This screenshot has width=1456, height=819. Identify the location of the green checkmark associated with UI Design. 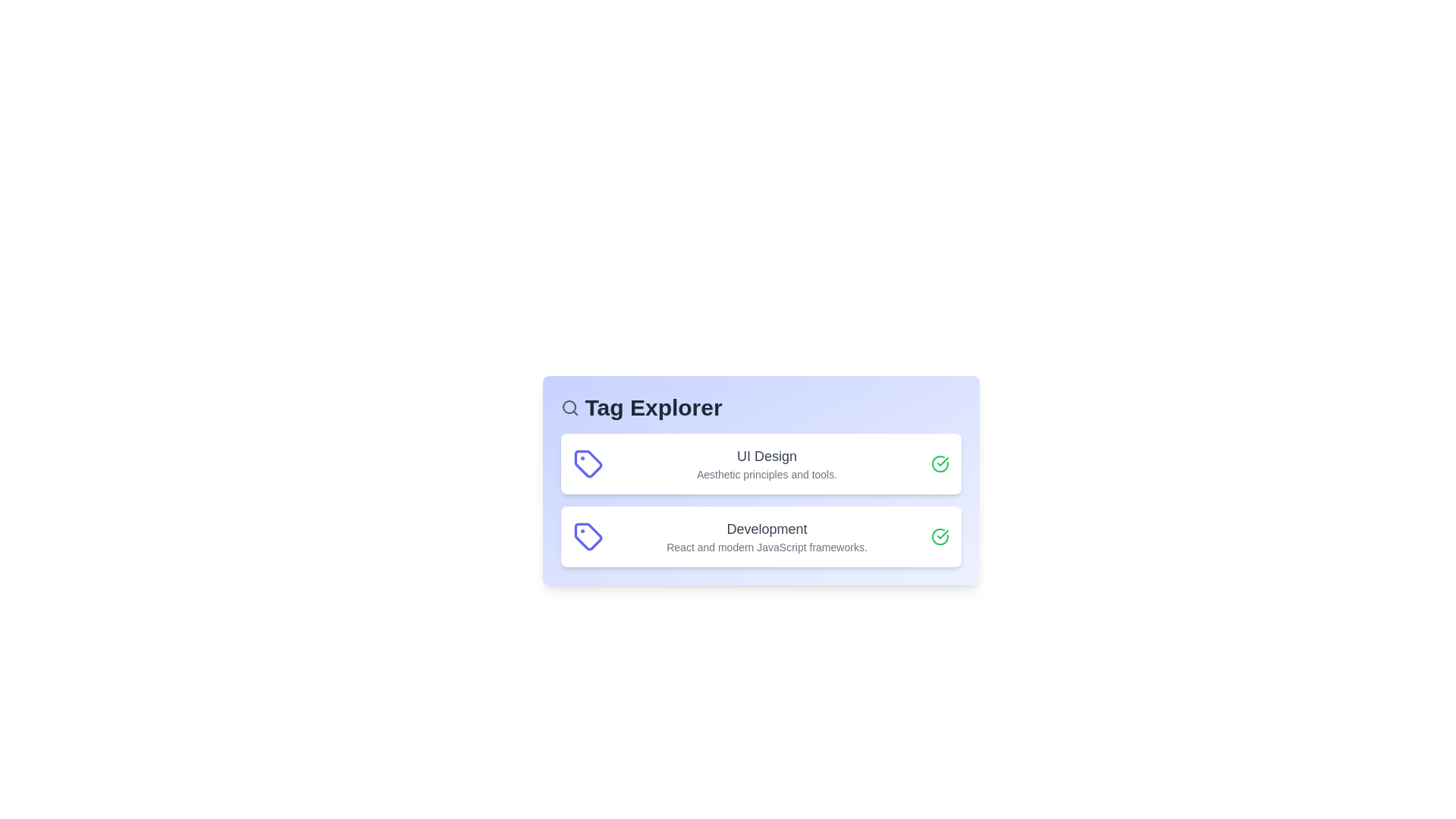
(939, 463).